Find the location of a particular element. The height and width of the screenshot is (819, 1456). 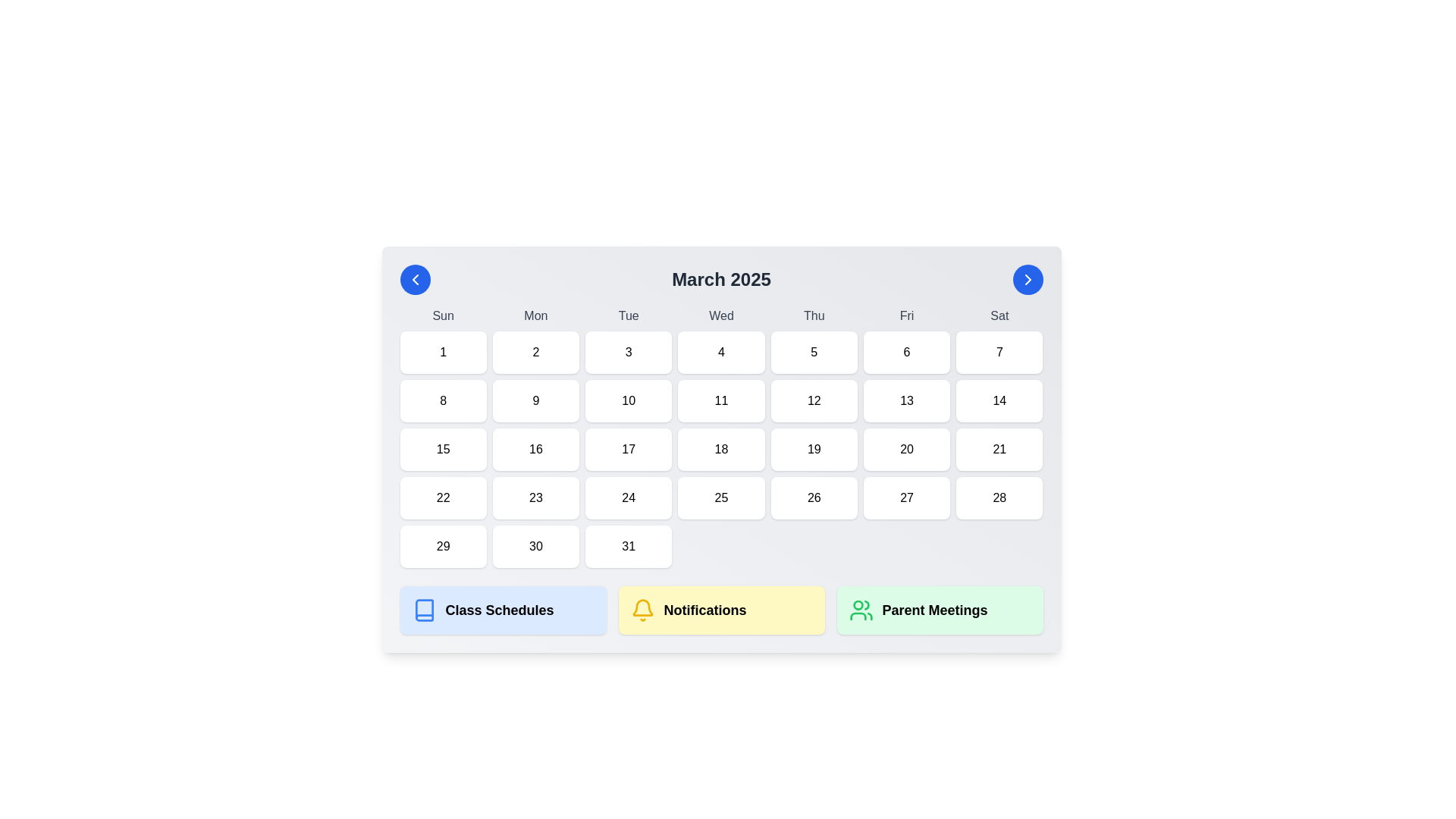

keyboard navigation is located at coordinates (720, 497).